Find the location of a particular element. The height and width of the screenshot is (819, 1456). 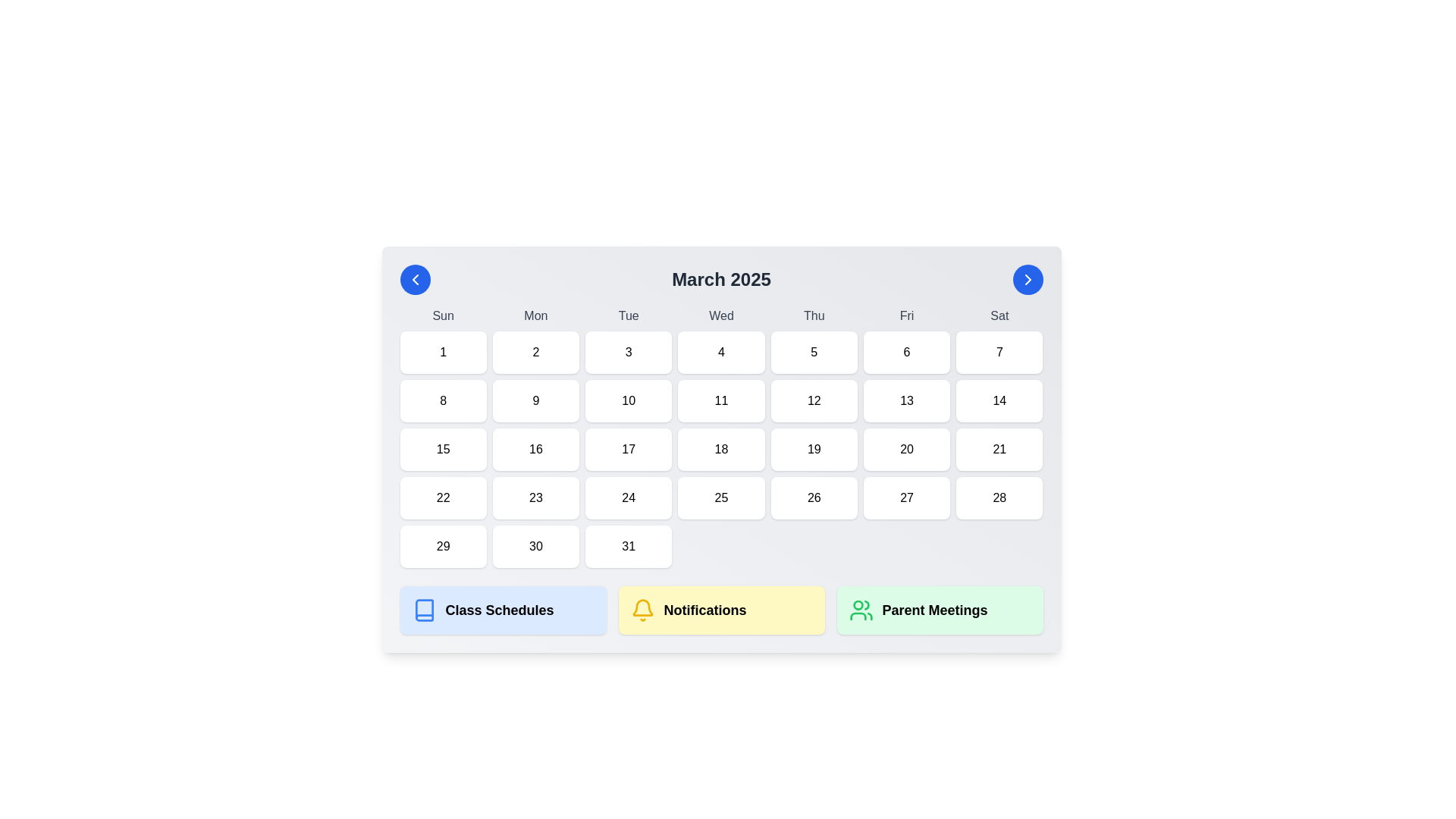

keyboard navigation is located at coordinates (720, 497).